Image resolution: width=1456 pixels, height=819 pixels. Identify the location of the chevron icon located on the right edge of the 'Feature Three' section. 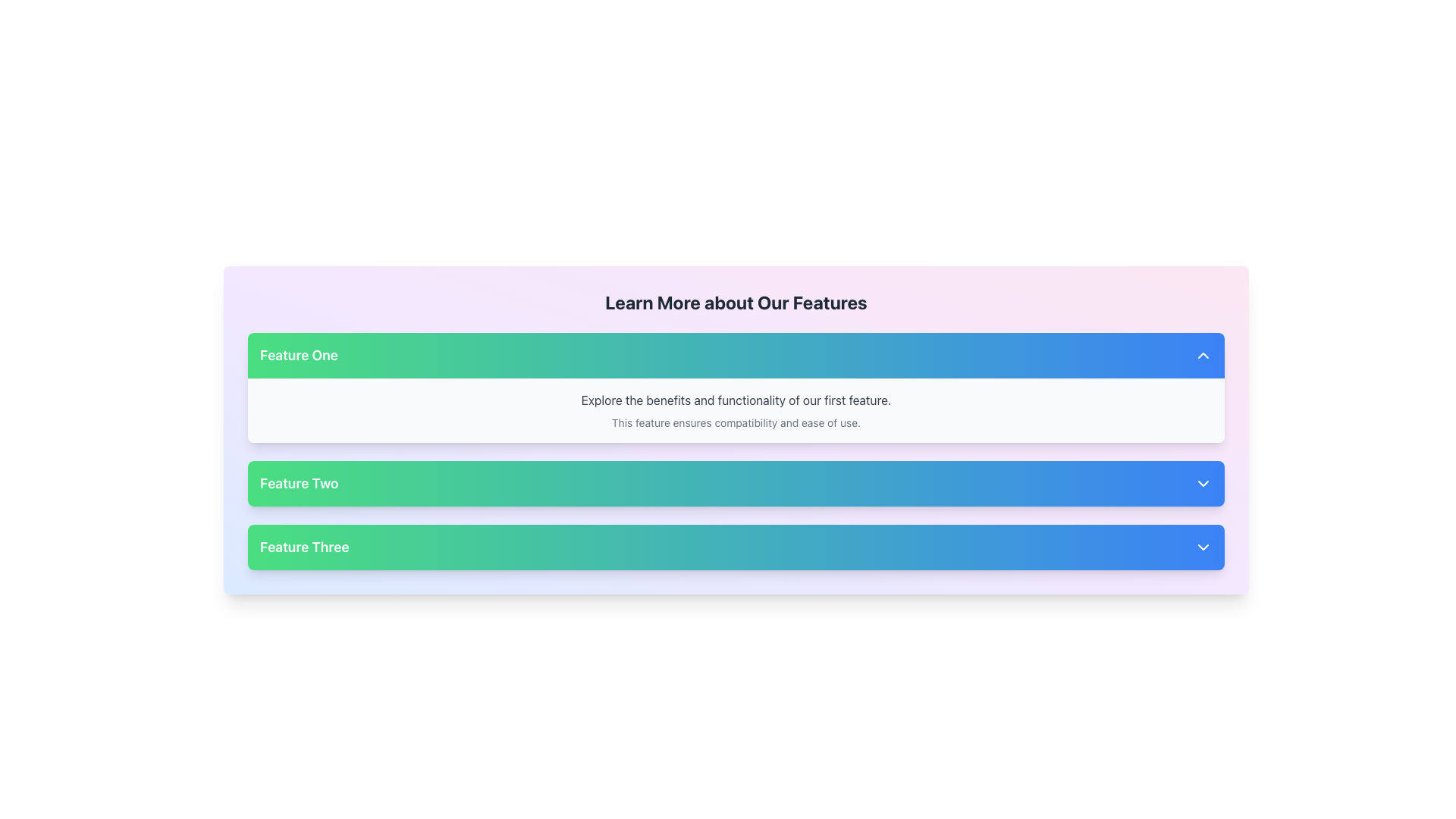
(1203, 547).